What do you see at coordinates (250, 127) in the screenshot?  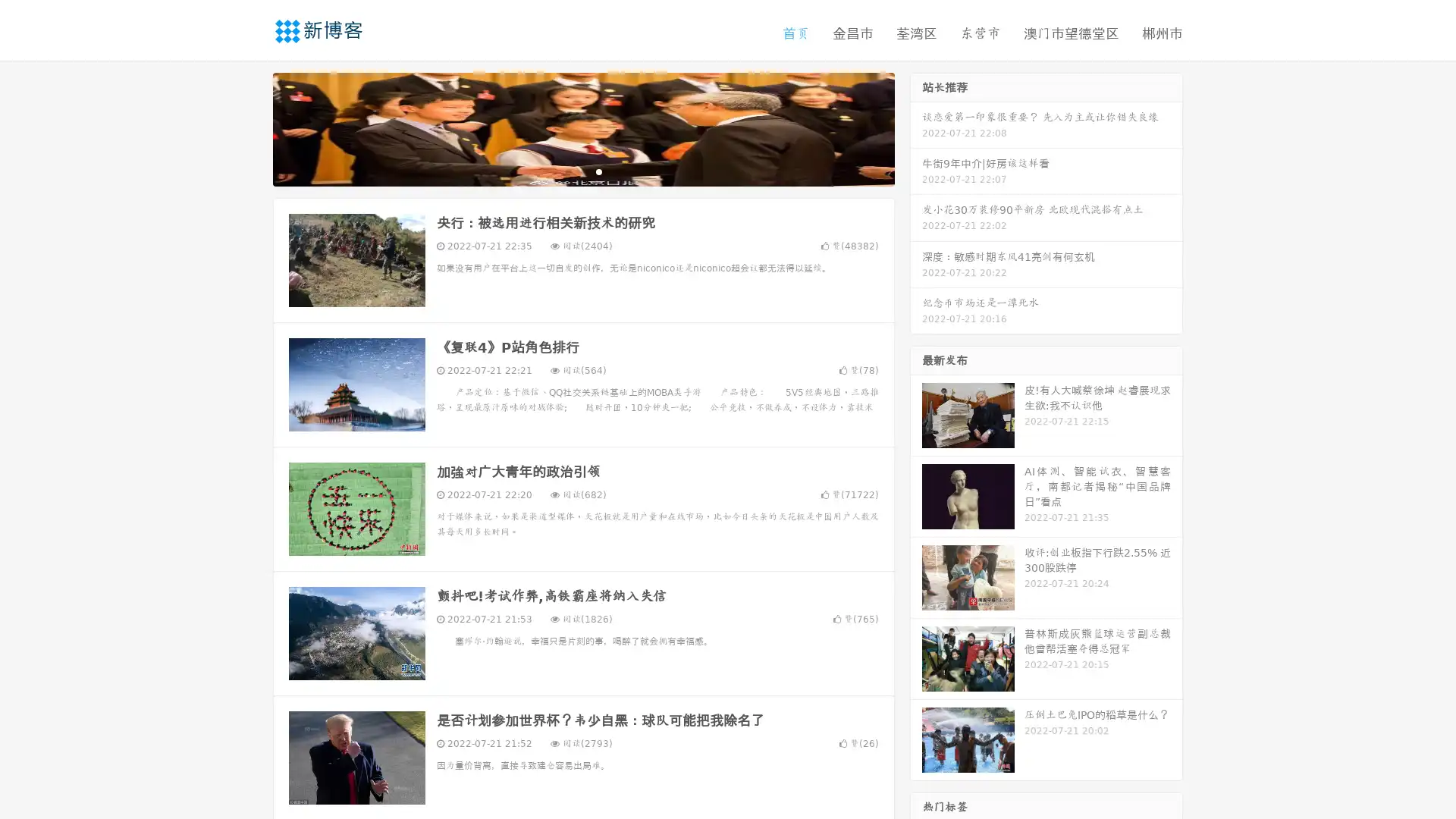 I see `Previous slide` at bounding box center [250, 127].